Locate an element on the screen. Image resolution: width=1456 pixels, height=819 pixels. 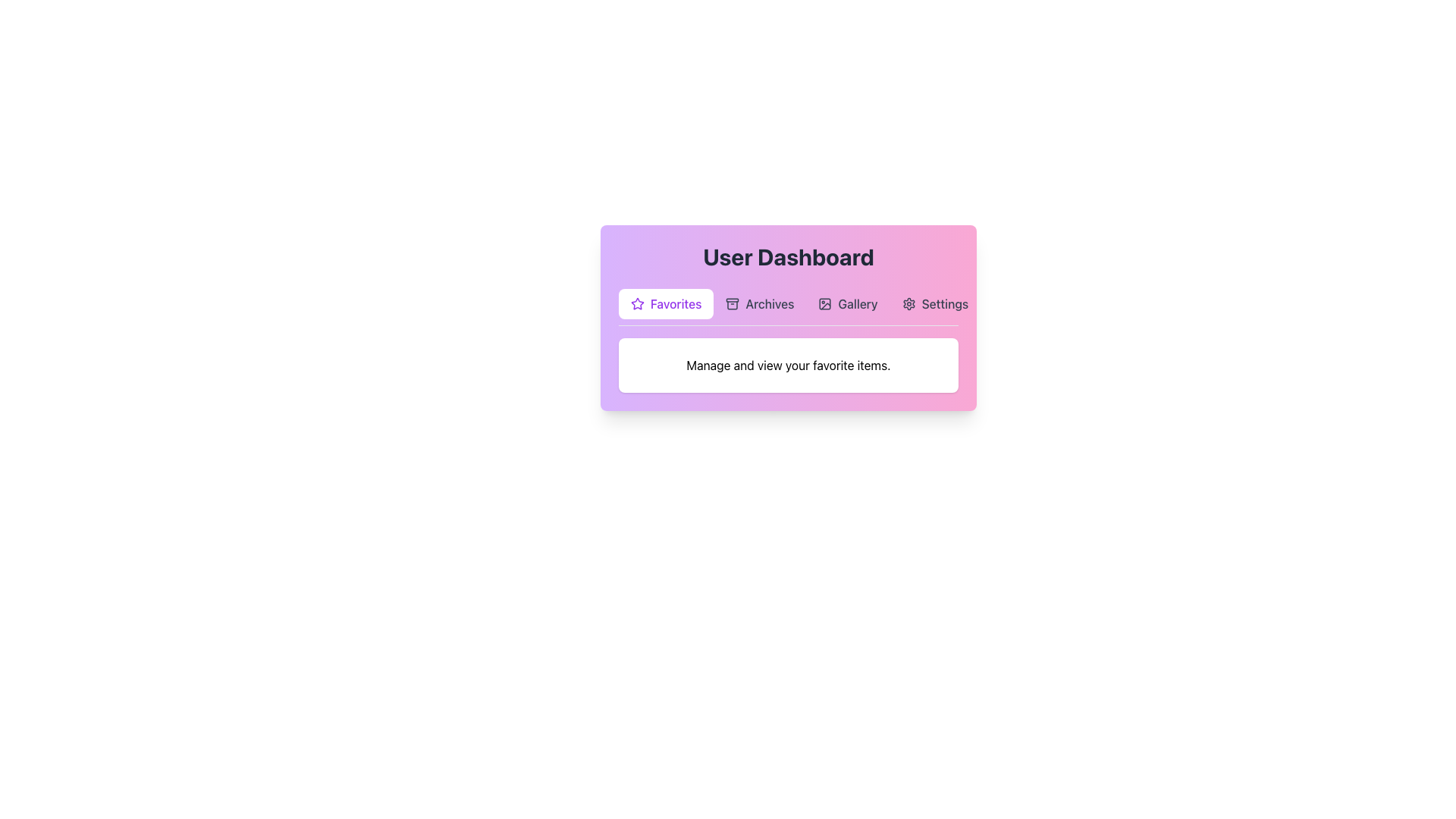
the star-shaped icon with a purple outline and white interior, located to the left of the 'Favorites' text is located at coordinates (637, 304).